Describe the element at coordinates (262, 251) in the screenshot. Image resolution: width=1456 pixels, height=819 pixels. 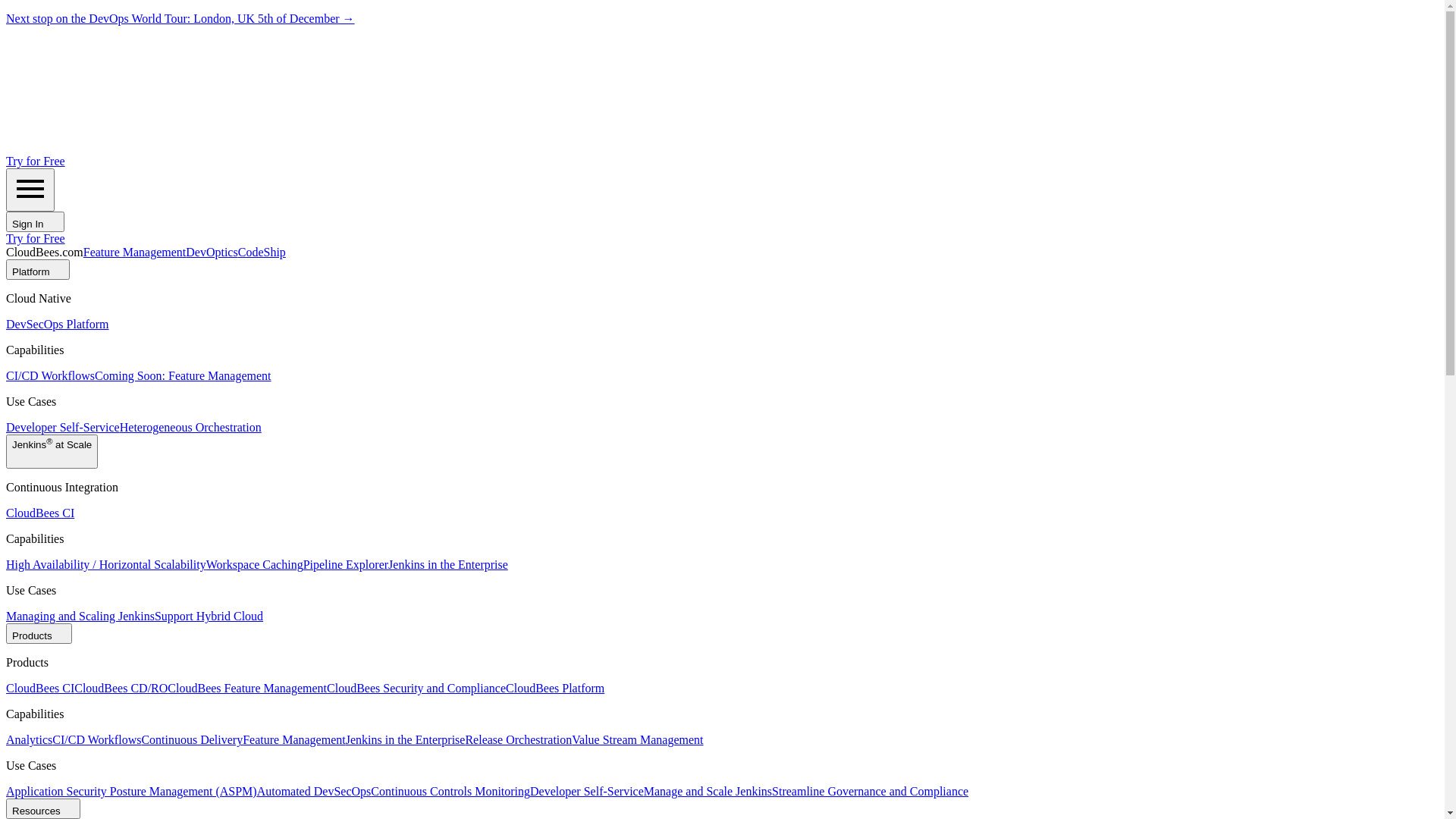
I see `'CodeShip'` at that location.